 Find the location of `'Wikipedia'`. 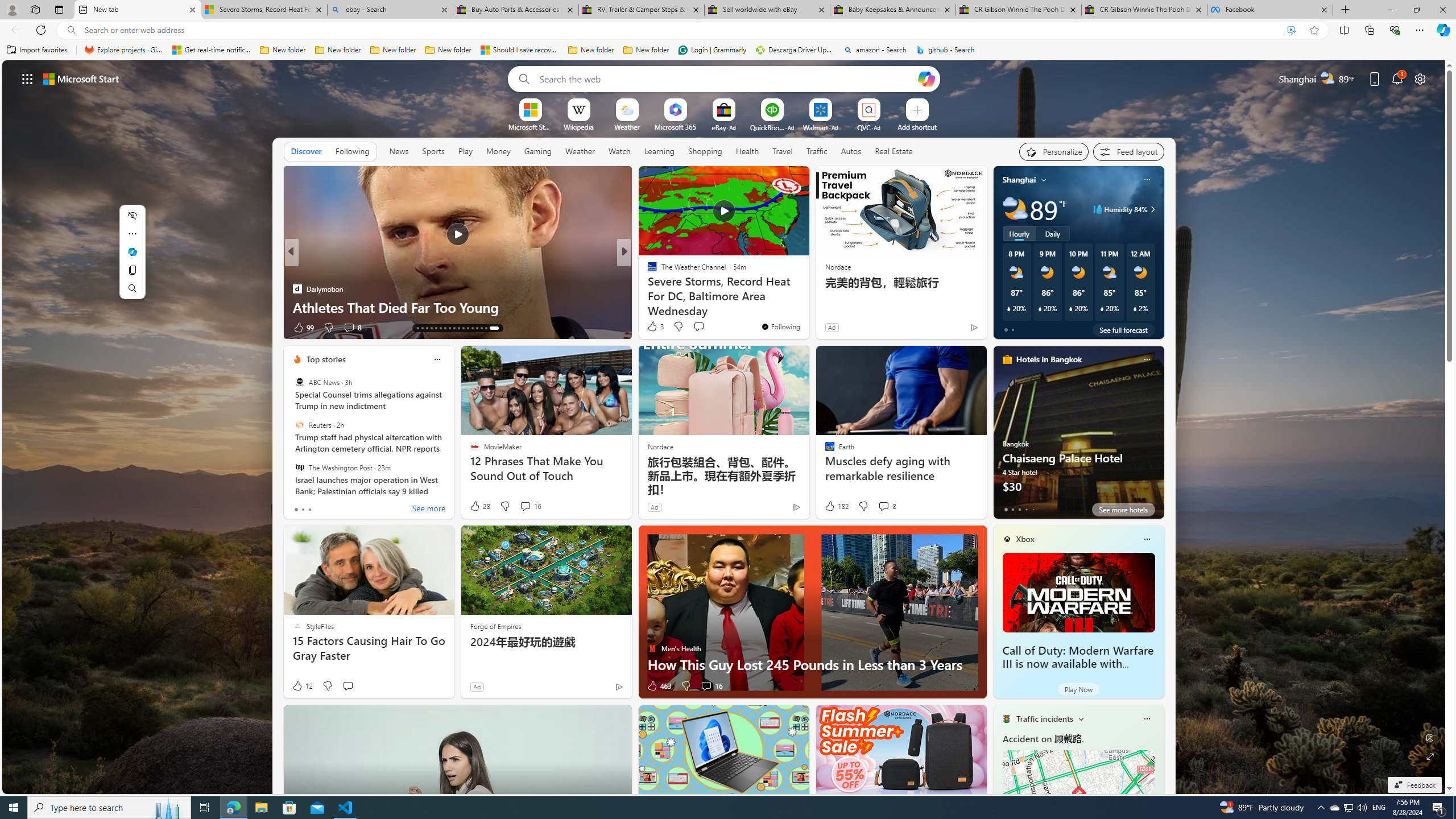

'Wikipedia' is located at coordinates (578, 126).